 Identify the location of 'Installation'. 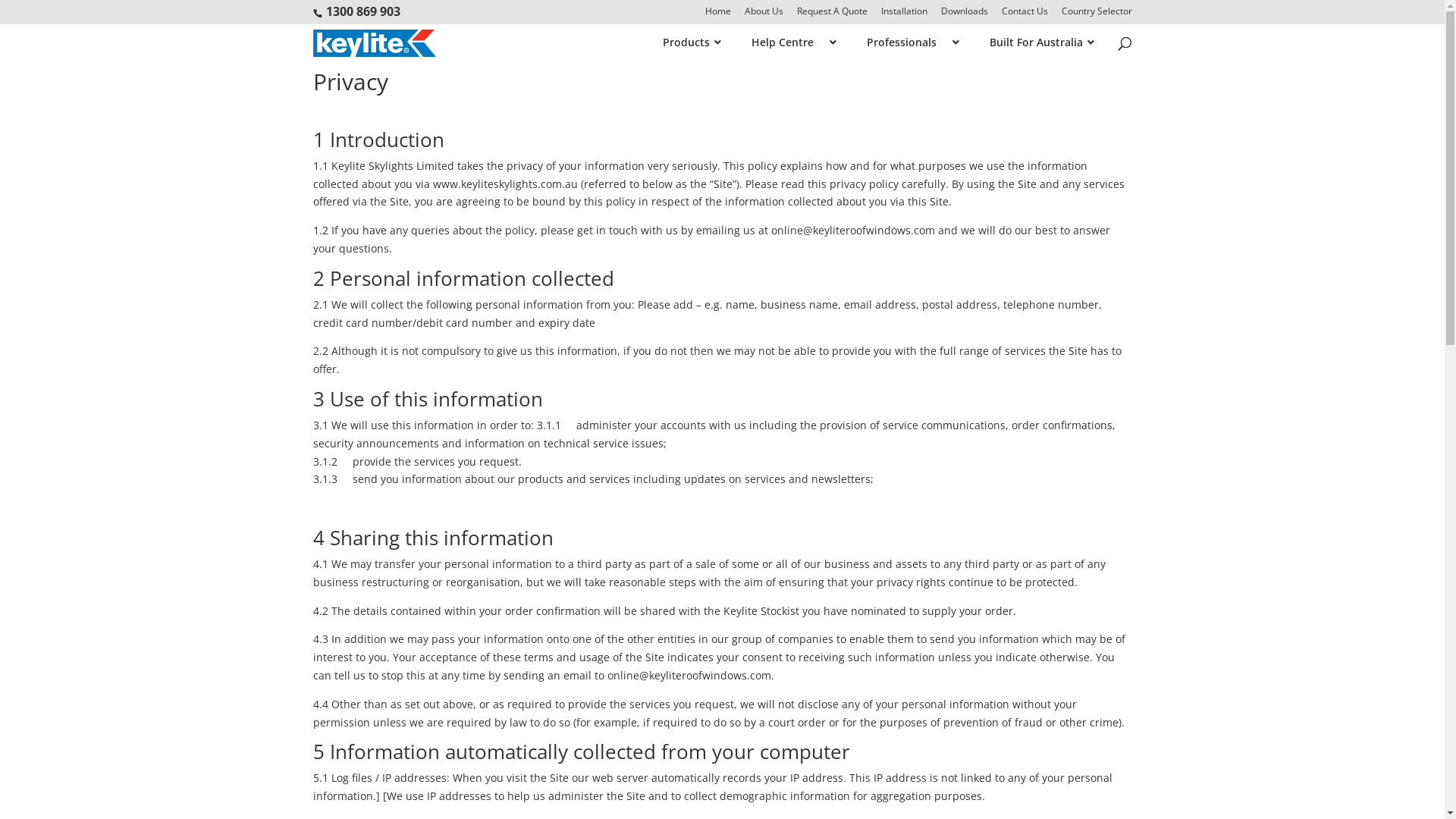
(904, 14).